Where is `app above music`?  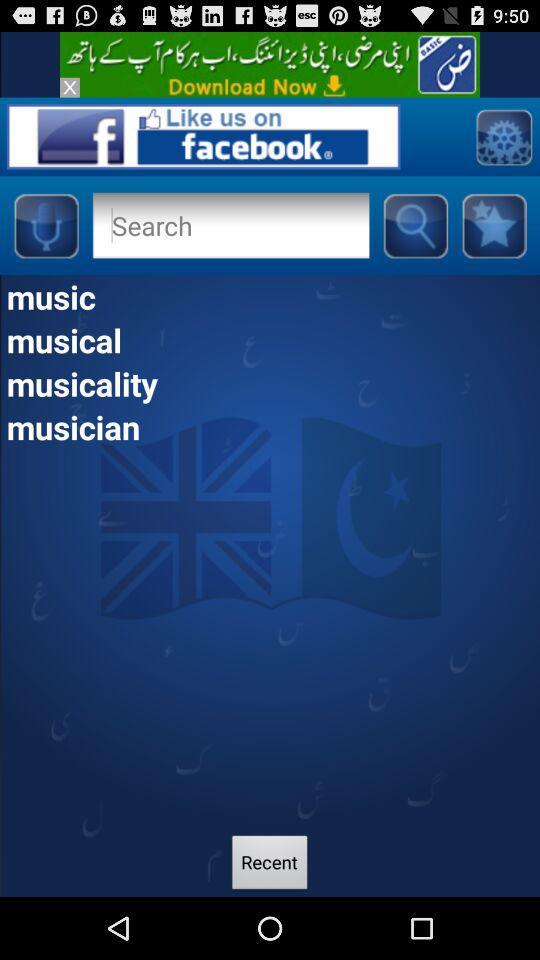
app above music is located at coordinates (414, 225).